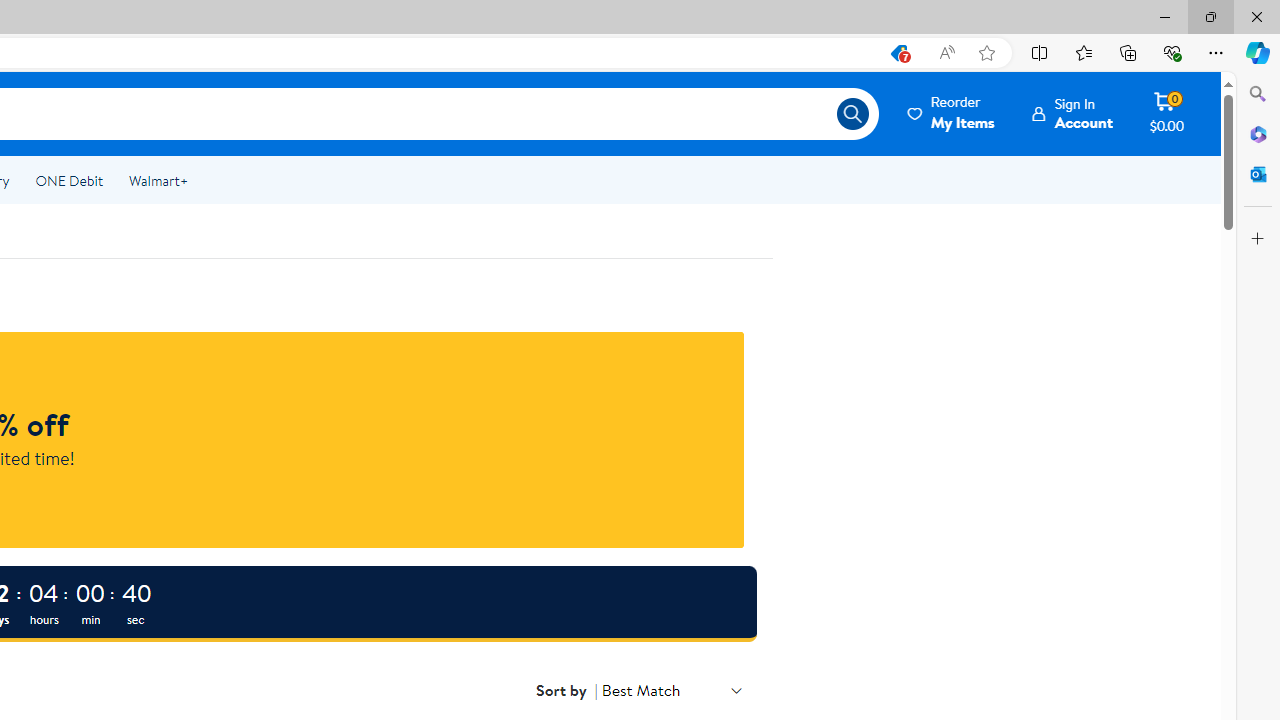 The height and width of the screenshot is (720, 1280). I want to click on 'Walmart+', so click(157, 181).